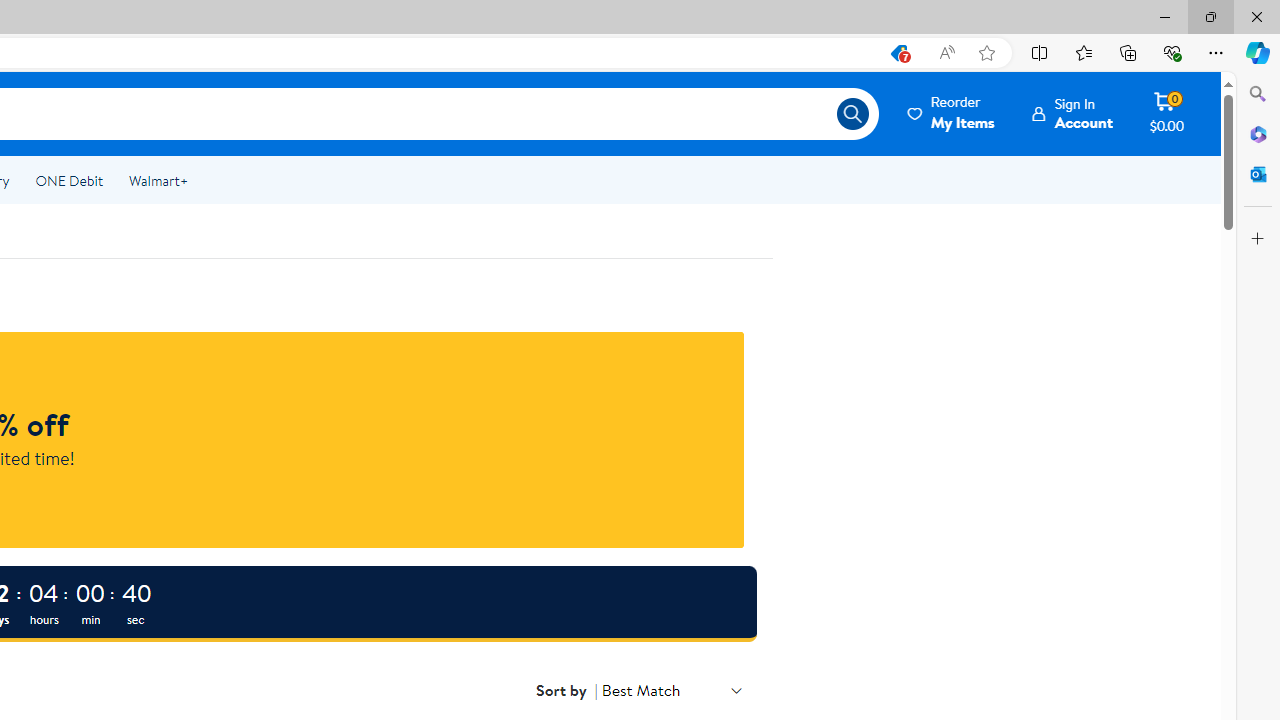 The height and width of the screenshot is (720, 1280). I want to click on 'Walmart+', so click(157, 181).